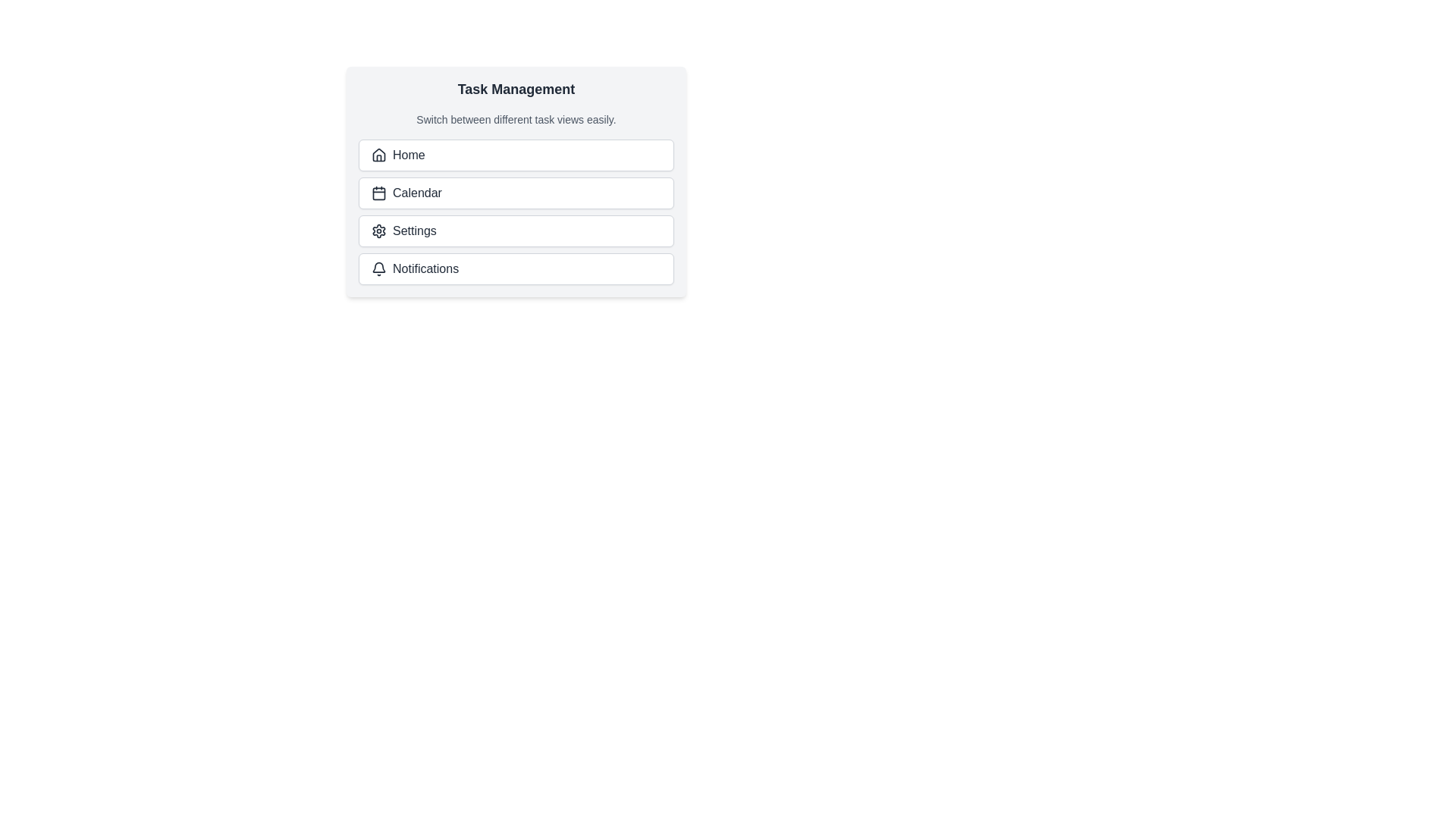 This screenshot has height=819, width=1456. I want to click on the Home button located, so click(516, 155).